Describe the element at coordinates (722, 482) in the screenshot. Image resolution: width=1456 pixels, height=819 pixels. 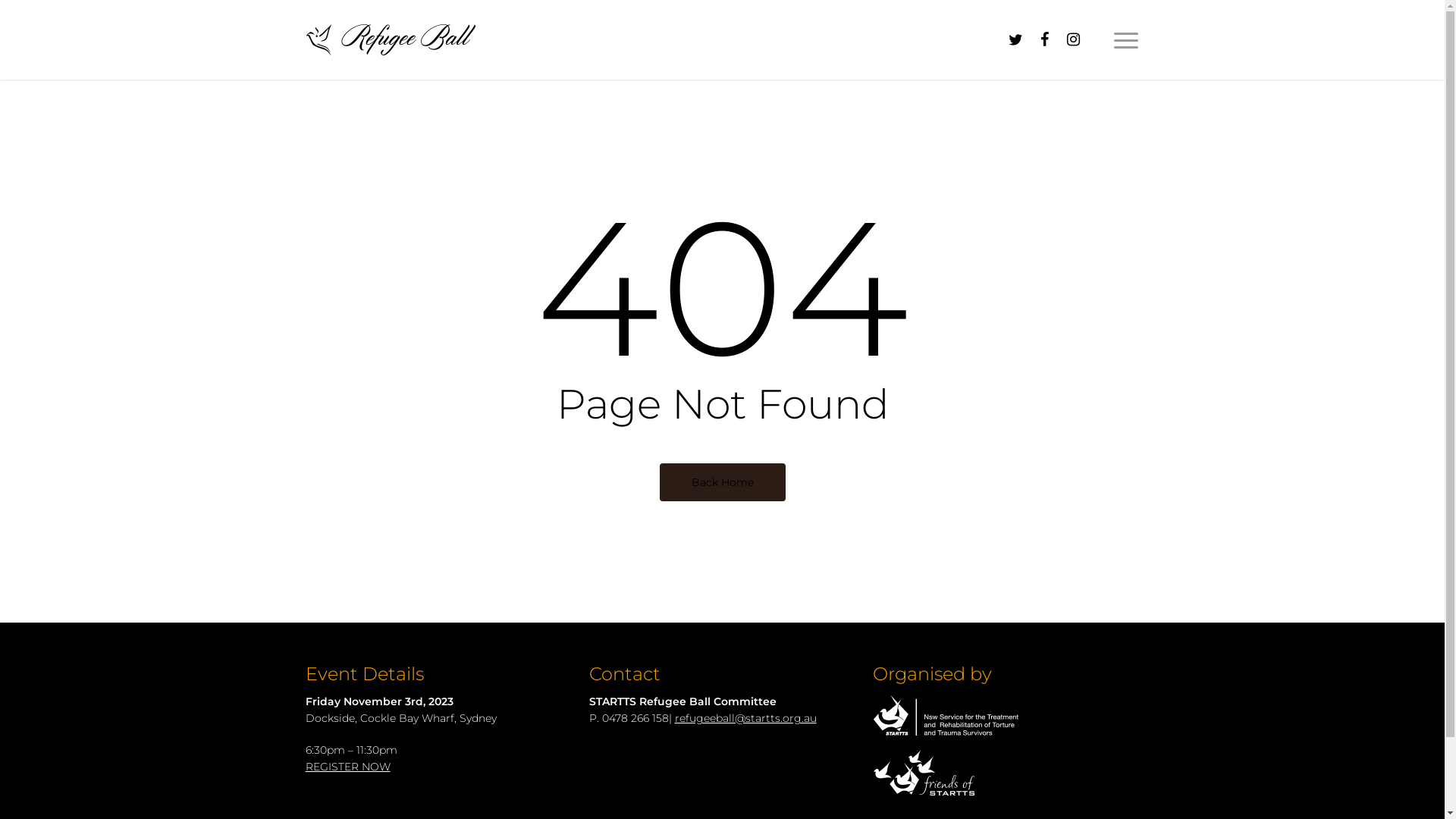
I see `'Back Home'` at that location.